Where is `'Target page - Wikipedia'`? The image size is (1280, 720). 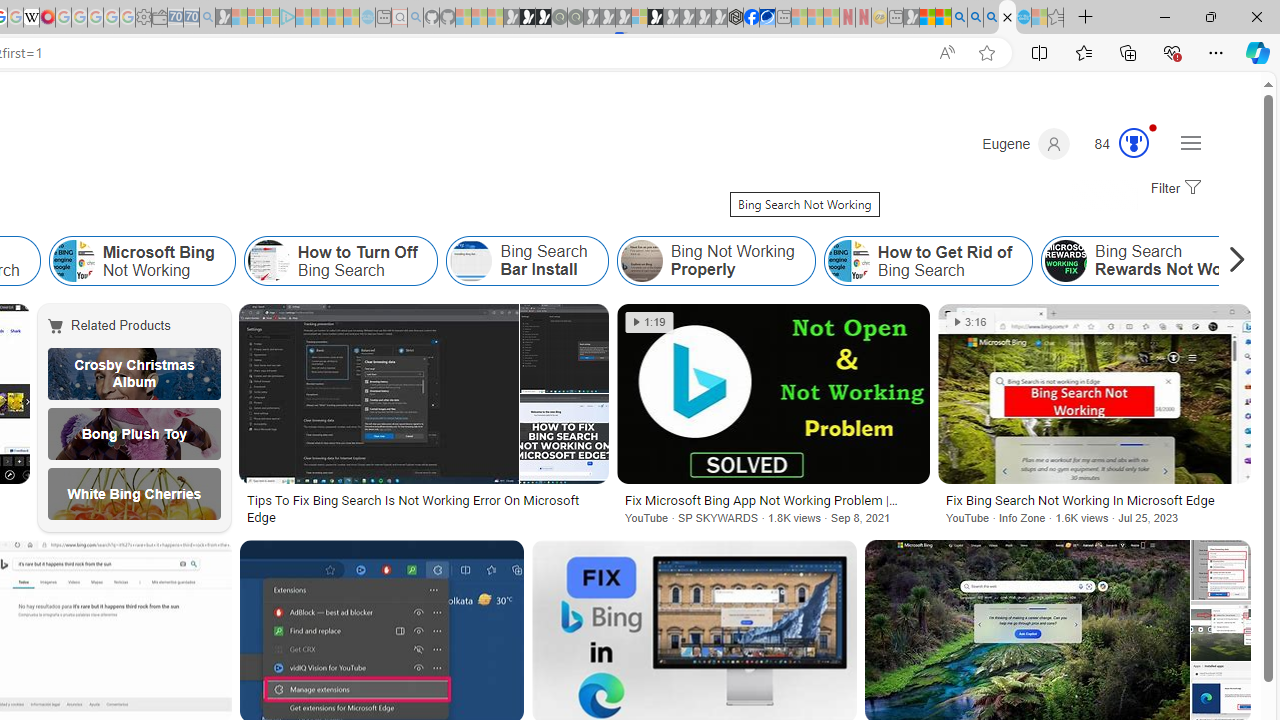 'Target page - Wikipedia' is located at coordinates (32, 17).